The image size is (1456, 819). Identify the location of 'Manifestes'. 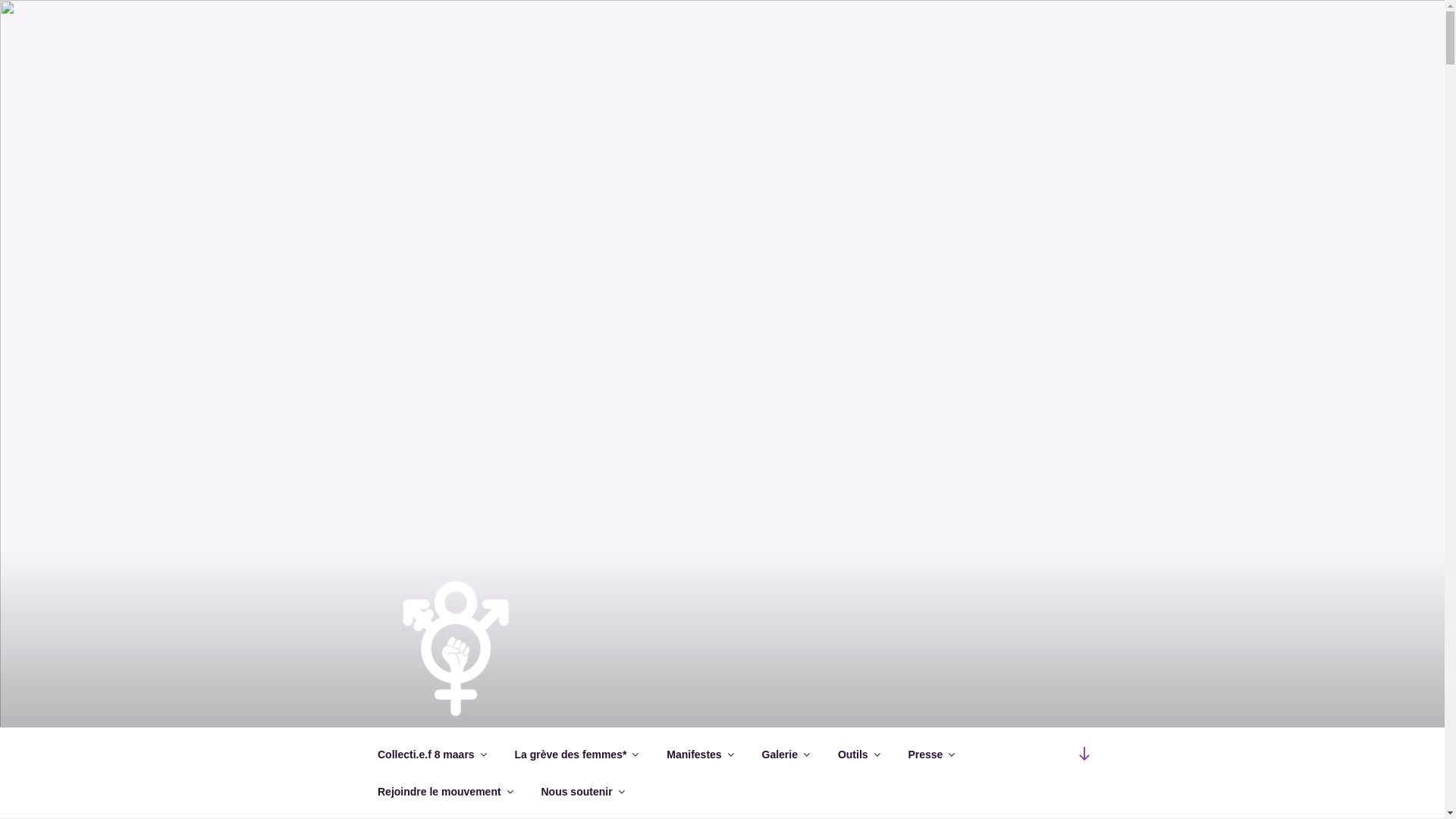
(698, 754).